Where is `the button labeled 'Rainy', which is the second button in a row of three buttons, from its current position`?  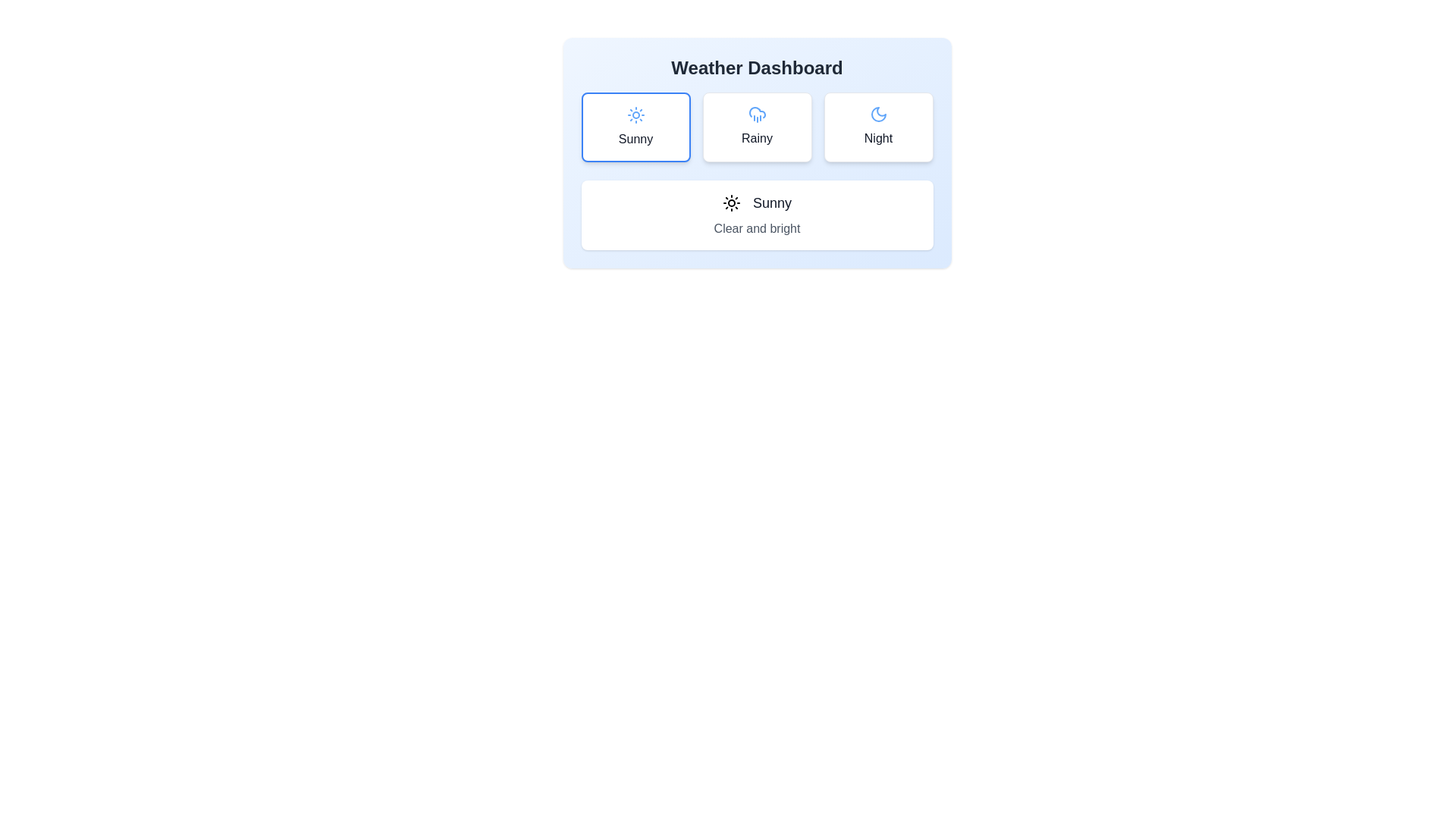 the button labeled 'Rainy', which is the second button in a row of three buttons, from its current position is located at coordinates (757, 127).